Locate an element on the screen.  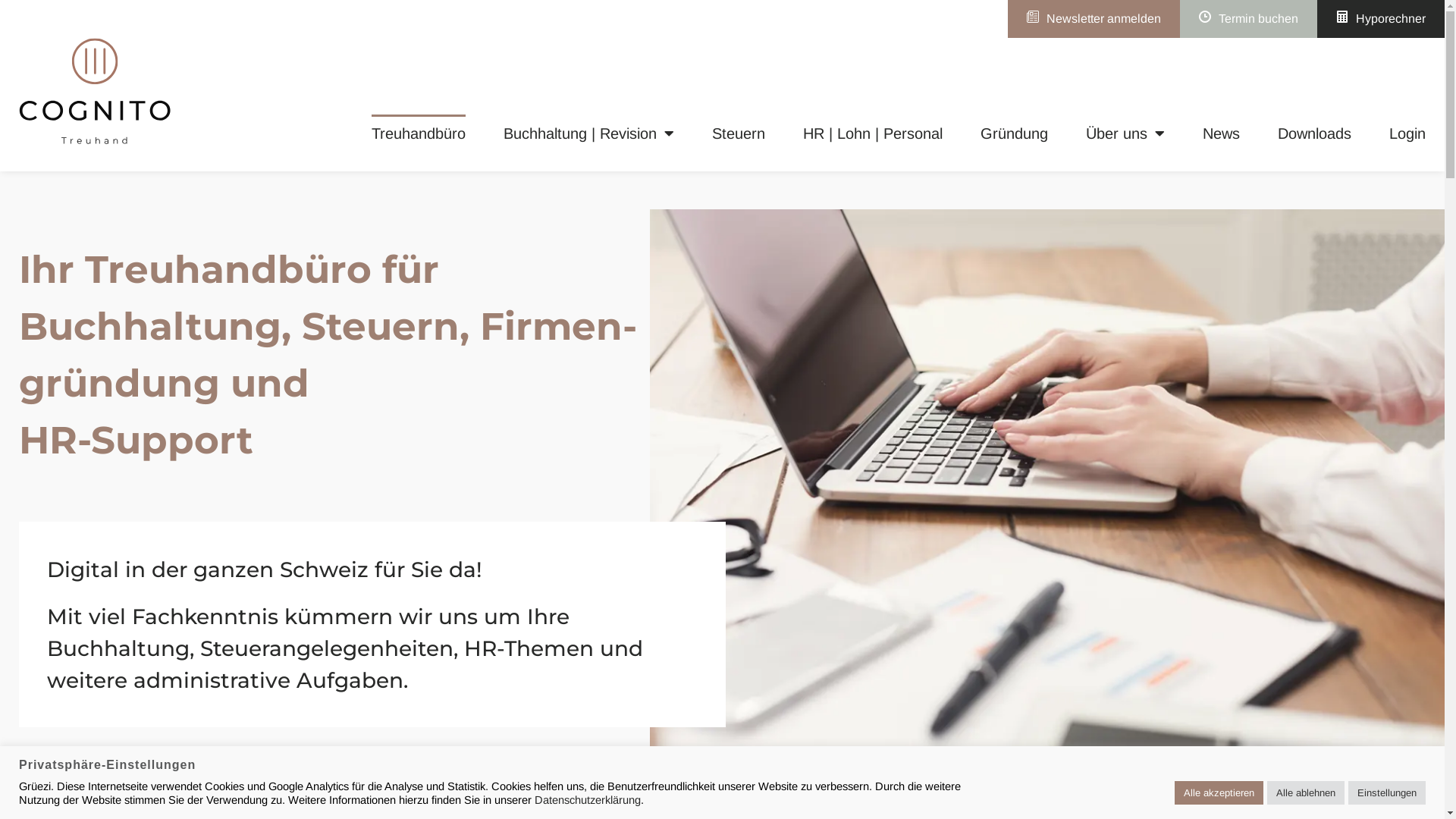
'News' is located at coordinates (1221, 133).